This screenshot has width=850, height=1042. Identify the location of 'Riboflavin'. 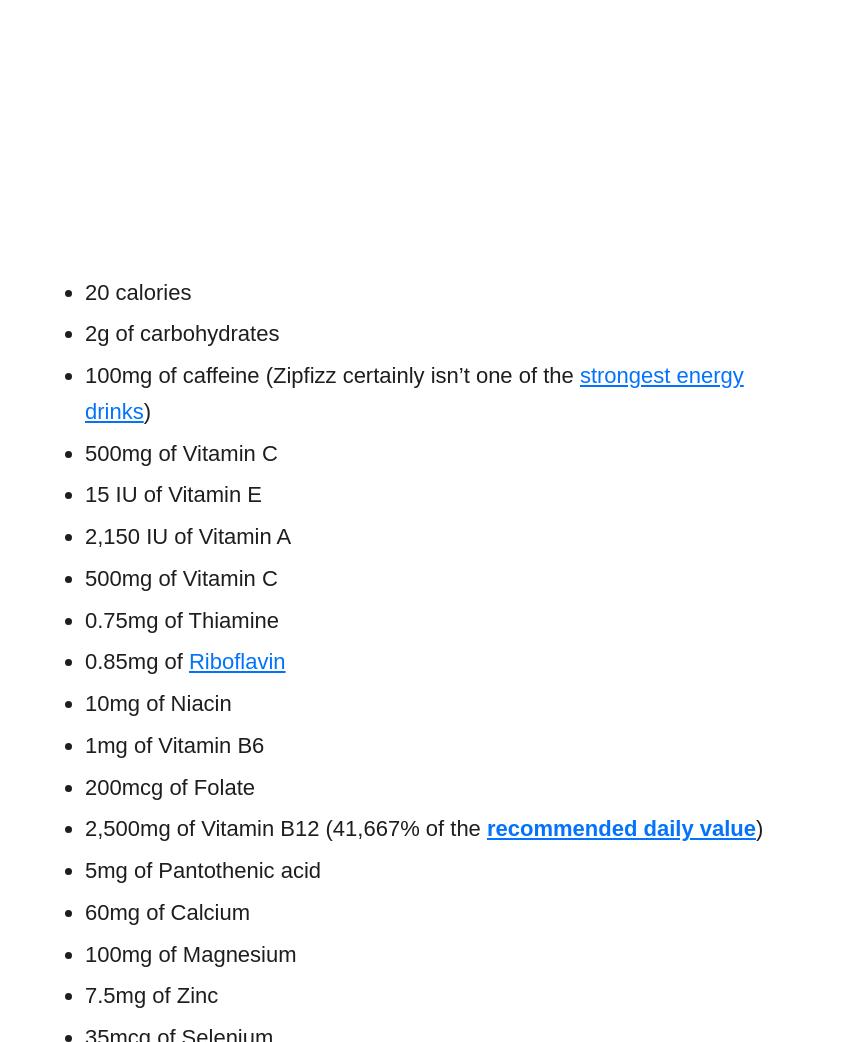
(187, 661).